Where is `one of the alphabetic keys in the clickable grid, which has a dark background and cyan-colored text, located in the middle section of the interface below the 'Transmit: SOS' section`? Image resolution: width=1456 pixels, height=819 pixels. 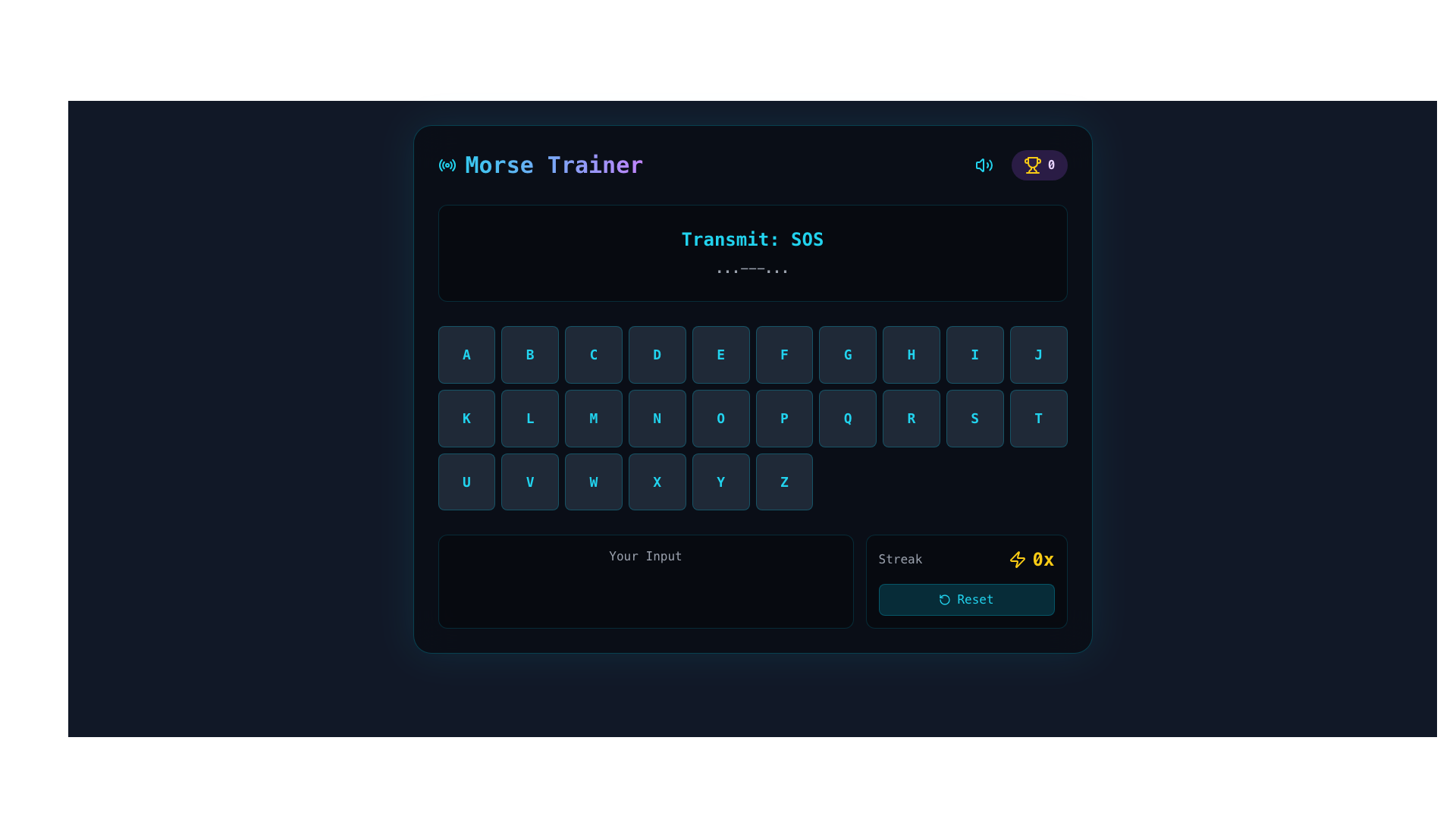
one of the alphabetic keys in the clickable grid, which has a dark background and cyan-colored text, located in the middle section of the interface below the 'Transmit: SOS' section is located at coordinates (752, 418).